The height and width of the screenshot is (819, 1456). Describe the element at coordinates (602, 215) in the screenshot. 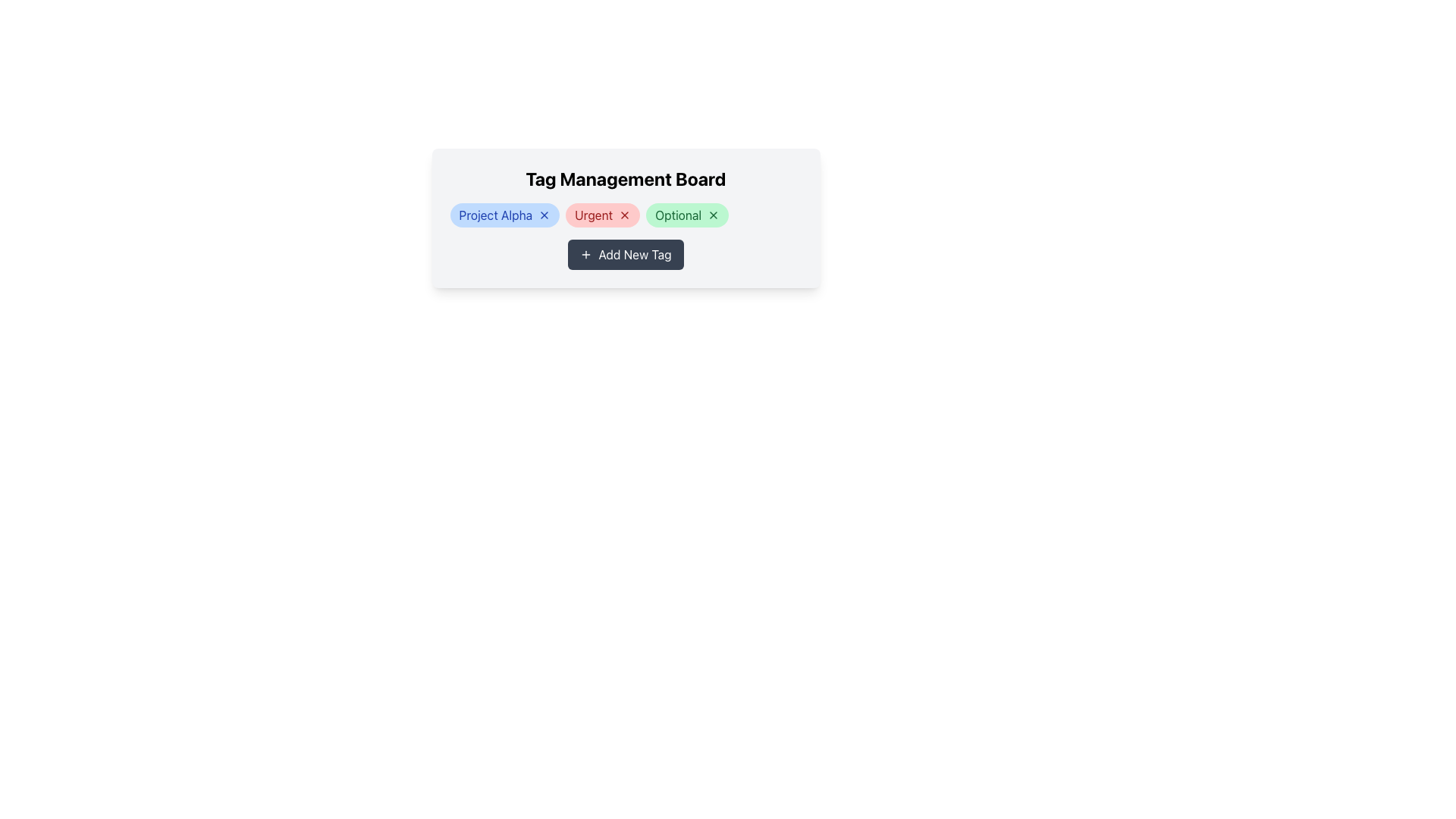

I see `the rounded rectangular tag labeled 'Urgent', which has a light red background and dark red text, positioned between 'Project Alpha' and 'Optional'` at that location.